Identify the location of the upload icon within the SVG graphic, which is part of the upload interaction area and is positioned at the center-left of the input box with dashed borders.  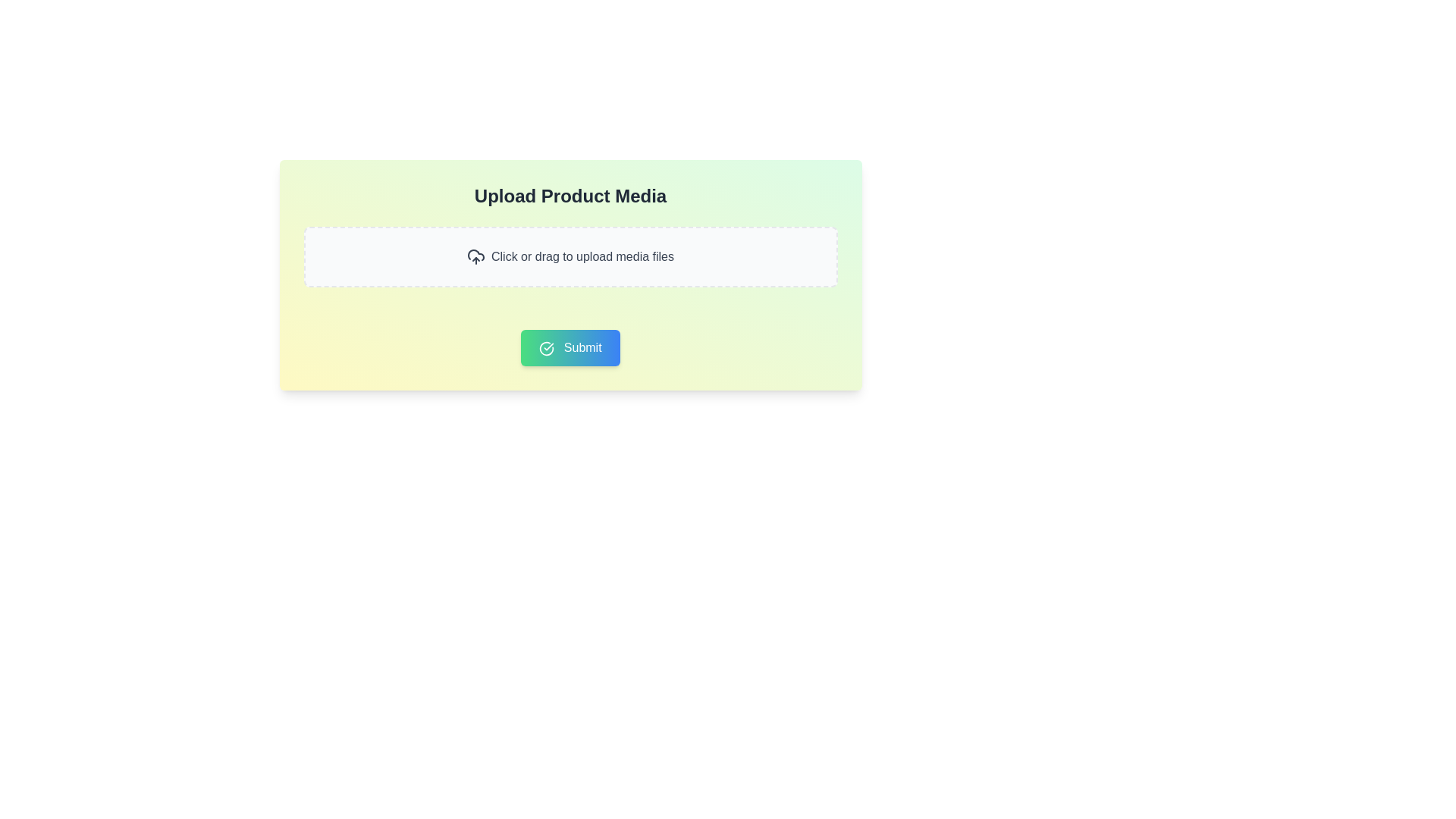
(475, 254).